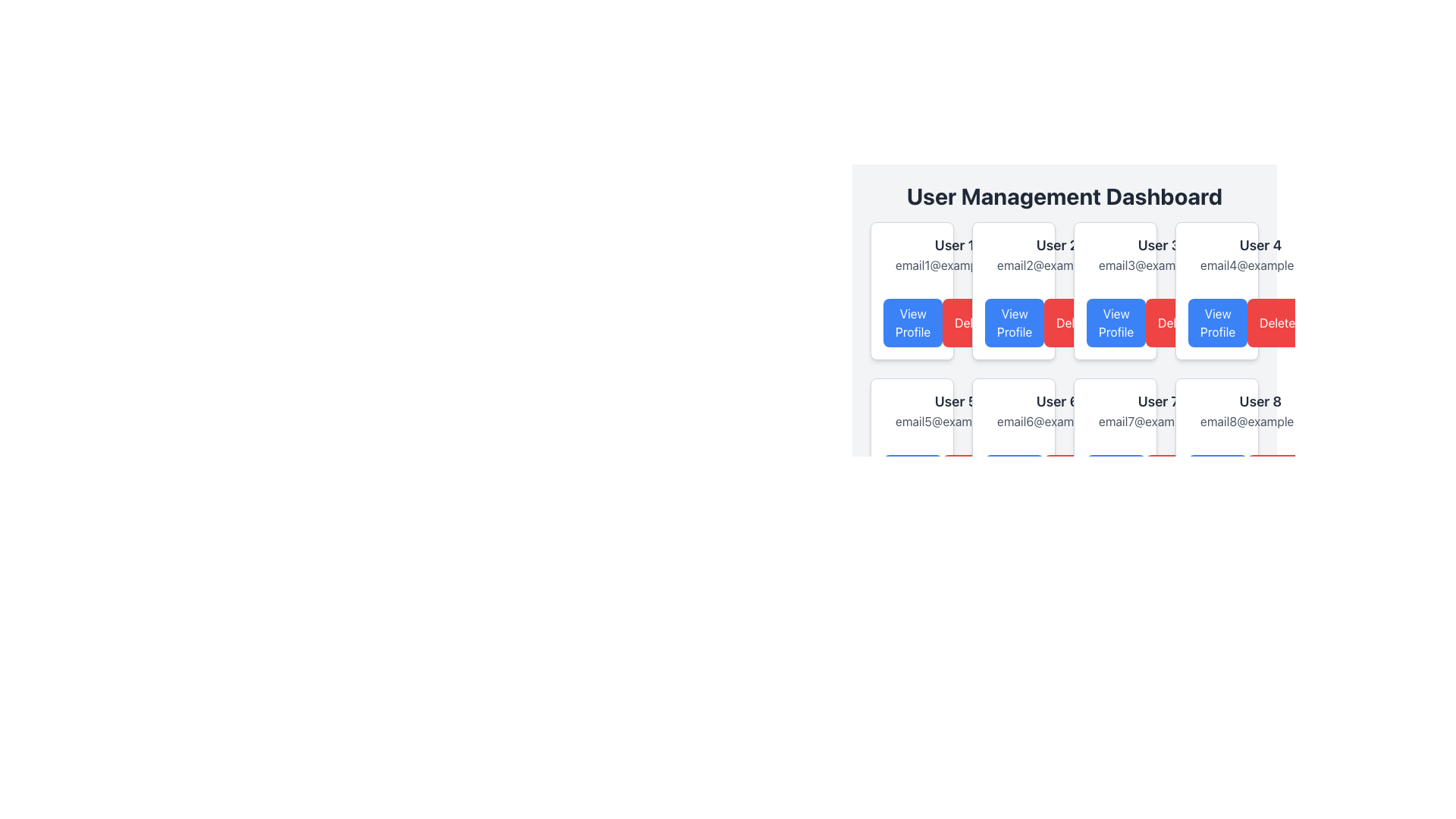 Image resolution: width=1456 pixels, height=819 pixels. I want to click on the text label displaying 'User 7', which serves as an identifier for the associated user profile, so click(1157, 400).